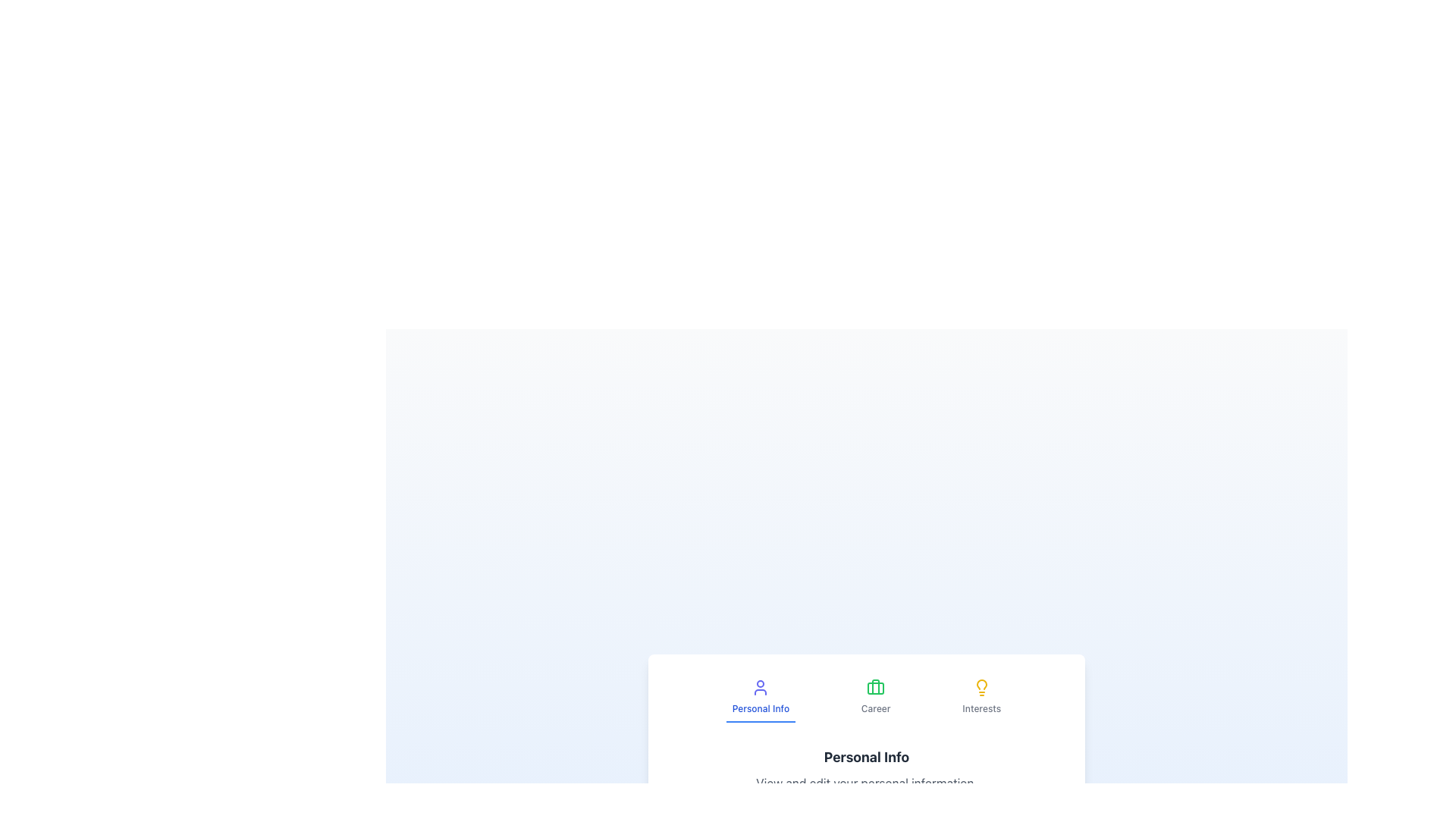  What do you see at coordinates (761, 698) in the screenshot?
I see `the active 'Personal Info' tab, which features a blue user icon and the text 'Personal Info'` at bounding box center [761, 698].